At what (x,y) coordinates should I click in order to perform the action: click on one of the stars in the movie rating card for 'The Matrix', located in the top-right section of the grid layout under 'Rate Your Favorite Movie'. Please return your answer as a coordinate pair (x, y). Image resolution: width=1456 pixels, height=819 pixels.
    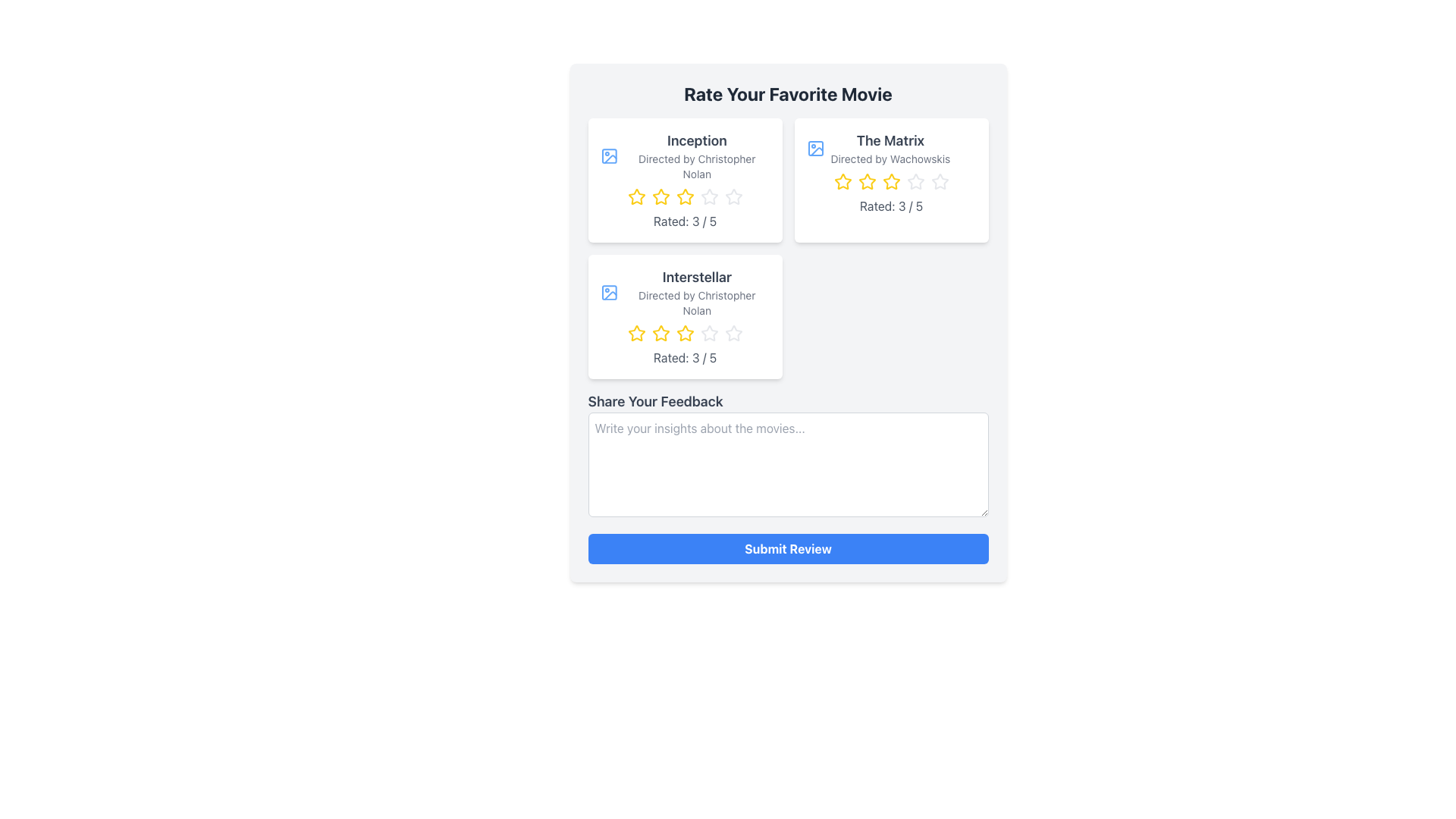
    Looking at the image, I should click on (891, 180).